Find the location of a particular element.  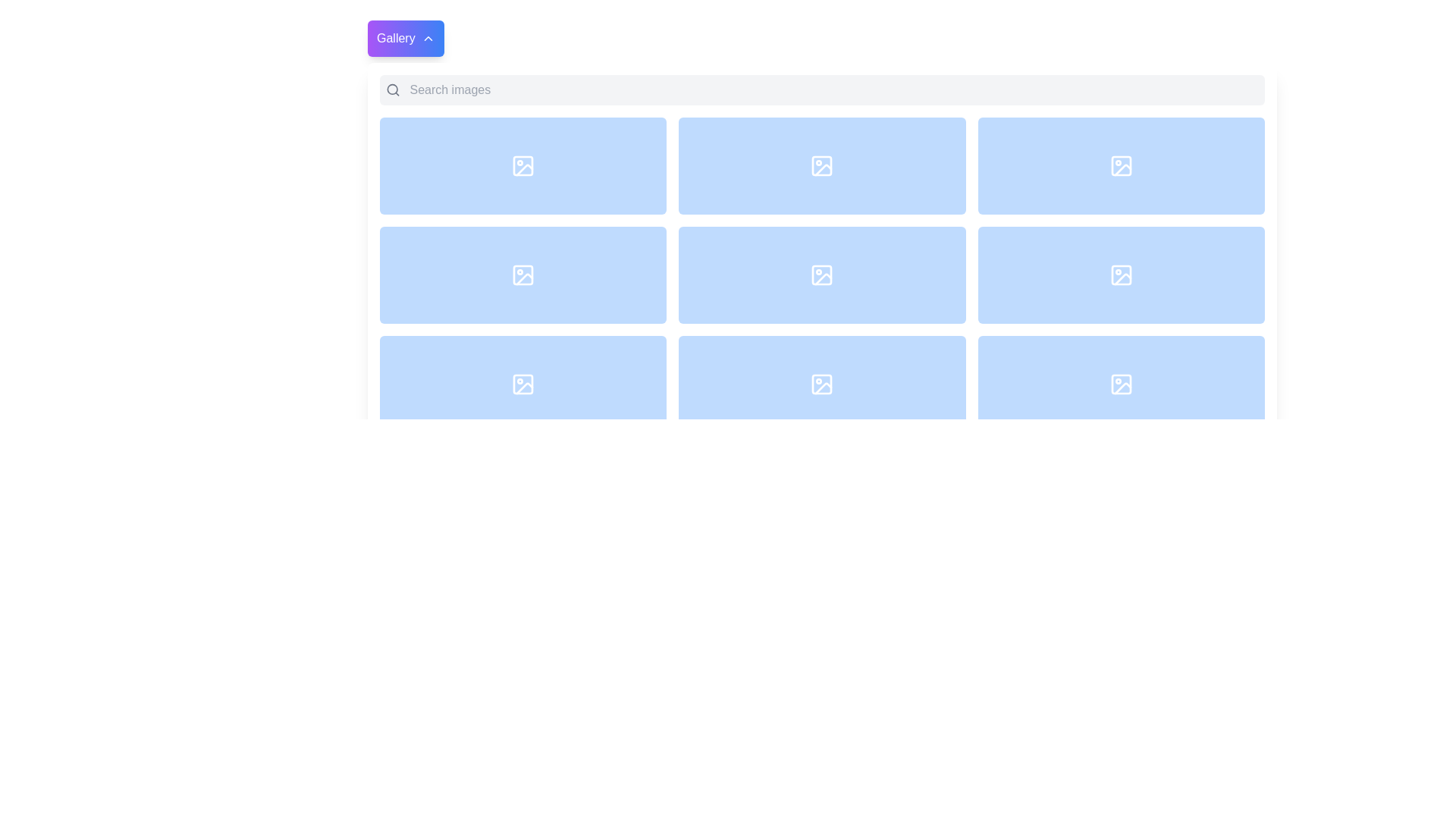

the image placeholder icon located at the center of the middle row in the grid layout is located at coordinates (821, 275).